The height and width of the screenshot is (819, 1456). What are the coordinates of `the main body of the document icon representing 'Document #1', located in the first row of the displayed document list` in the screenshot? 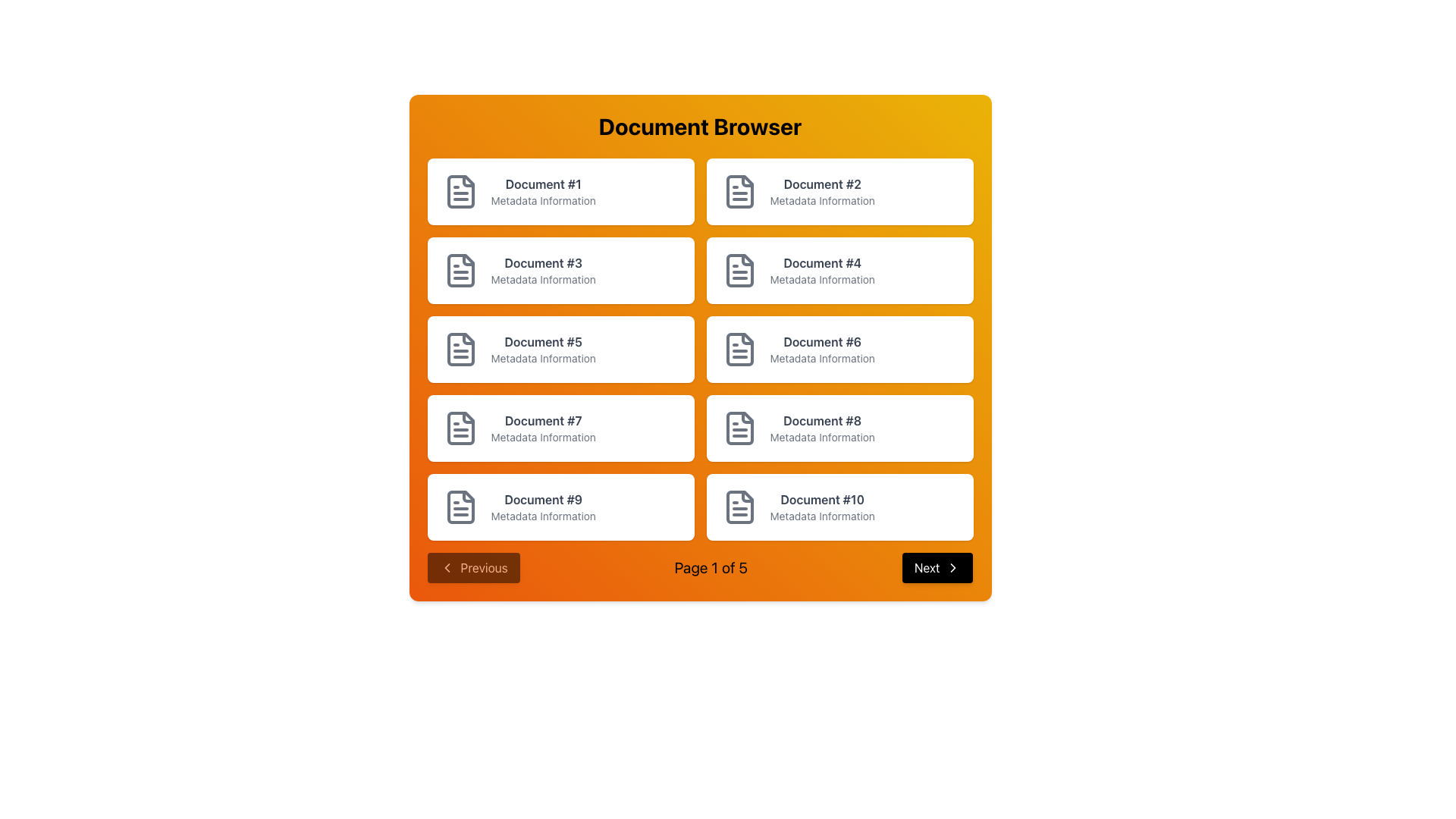 It's located at (460, 191).